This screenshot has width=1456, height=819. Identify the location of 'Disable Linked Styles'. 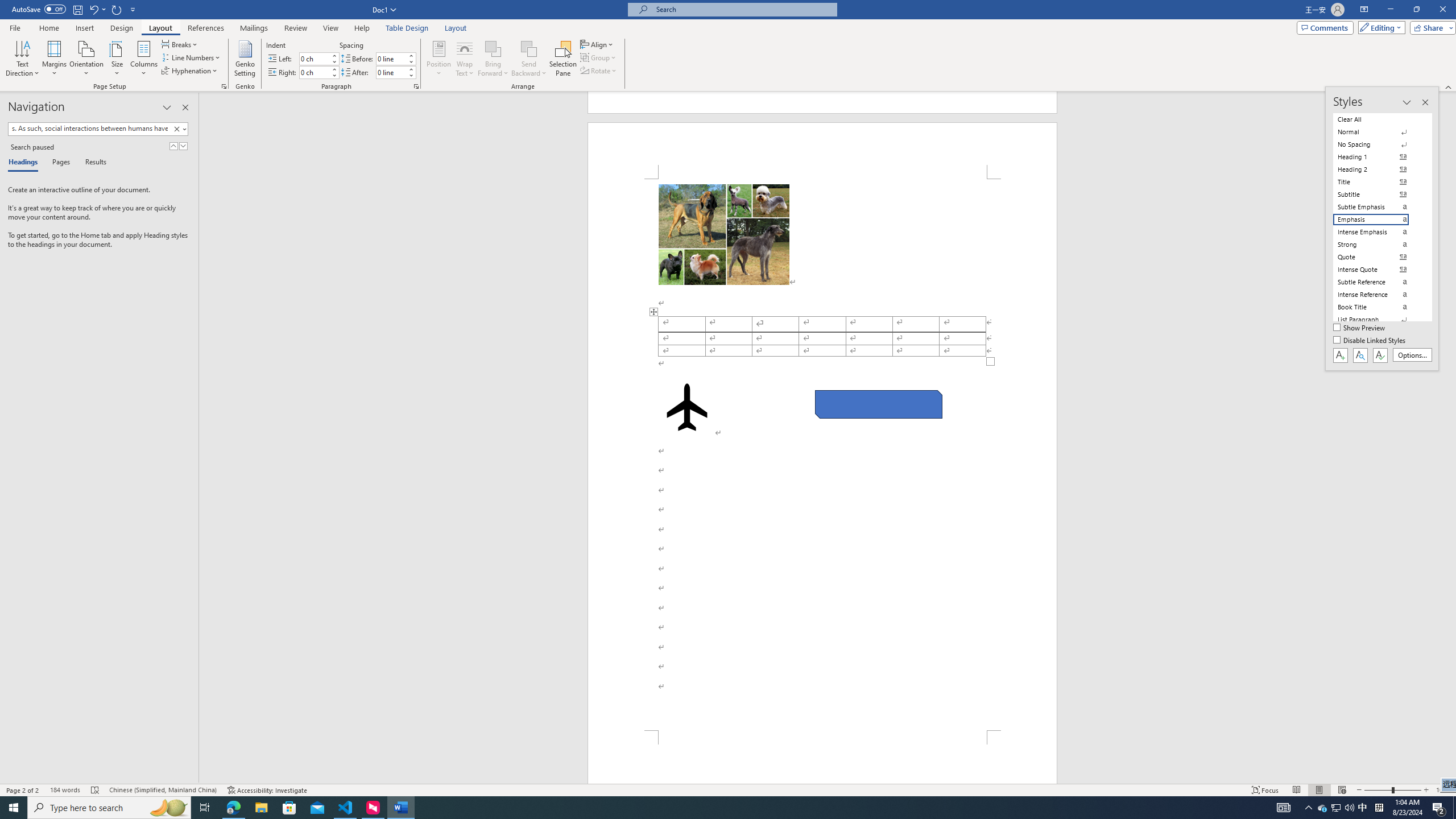
(1370, 340).